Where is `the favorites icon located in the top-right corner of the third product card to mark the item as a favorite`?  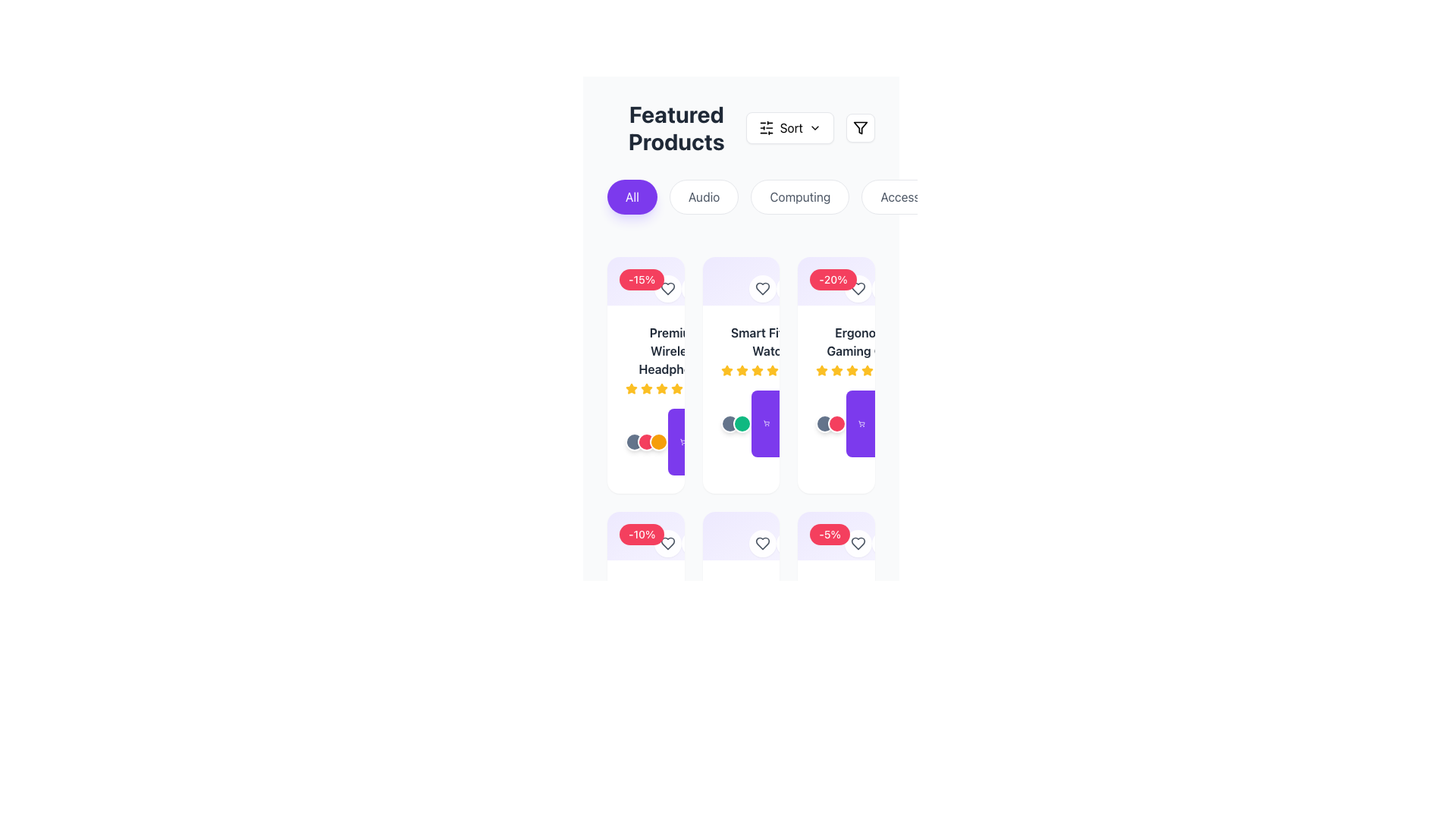 the favorites icon located in the top-right corner of the third product card to mark the item as a favorite is located at coordinates (763, 289).